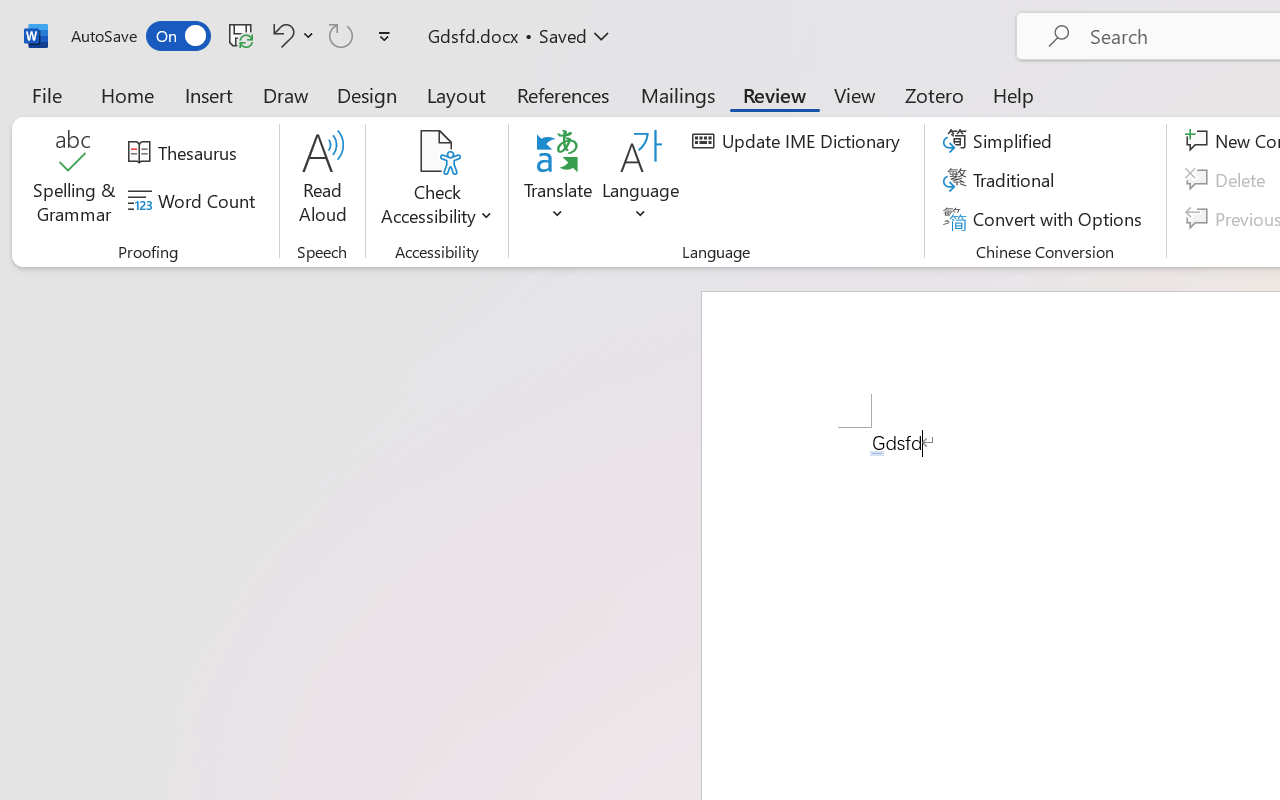  Describe the element at coordinates (1002, 179) in the screenshot. I see `'Traditional'` at that location.